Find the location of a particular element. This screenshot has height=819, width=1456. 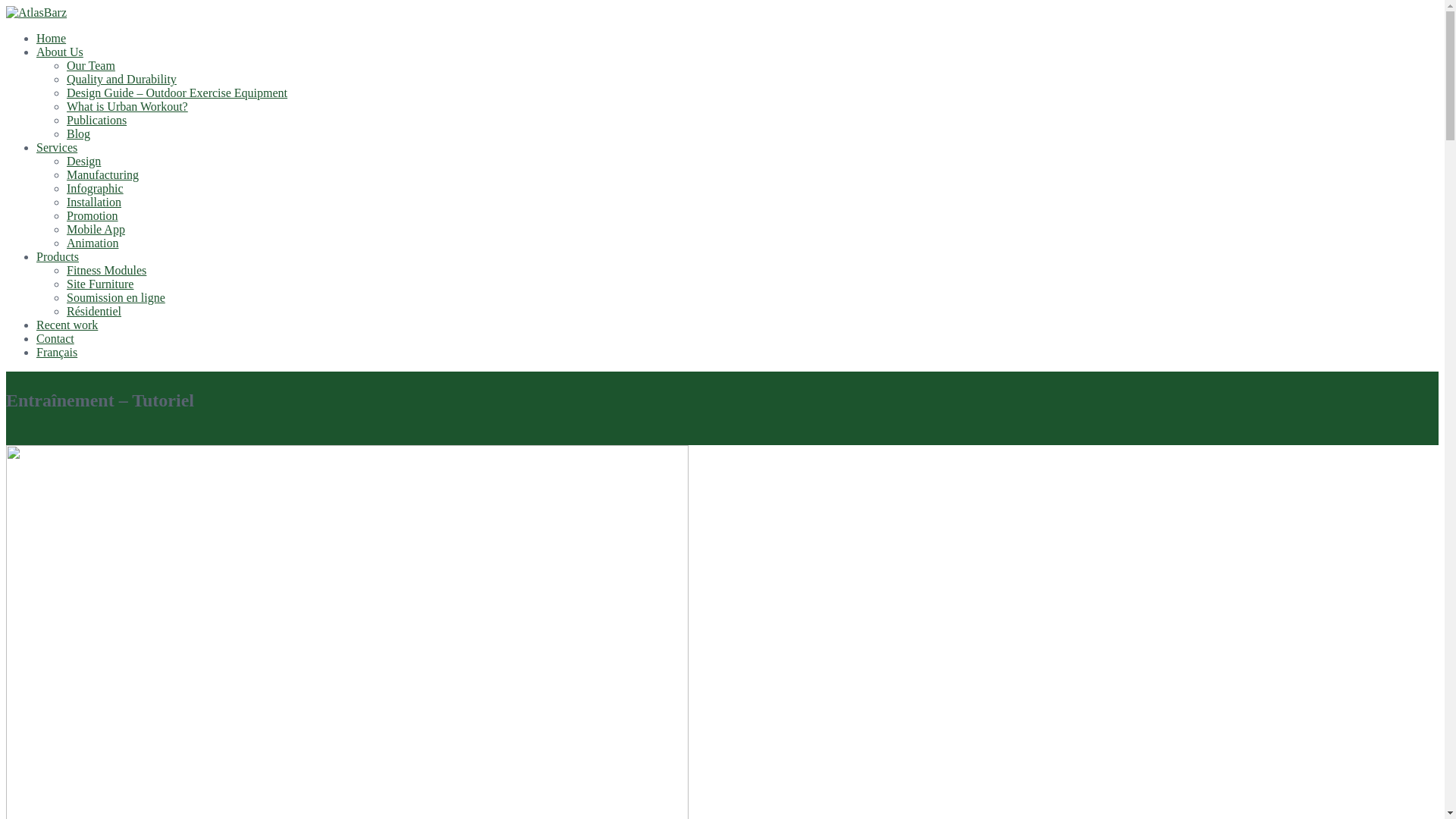

'Manufacturing' is located at coordinates (65, 174).